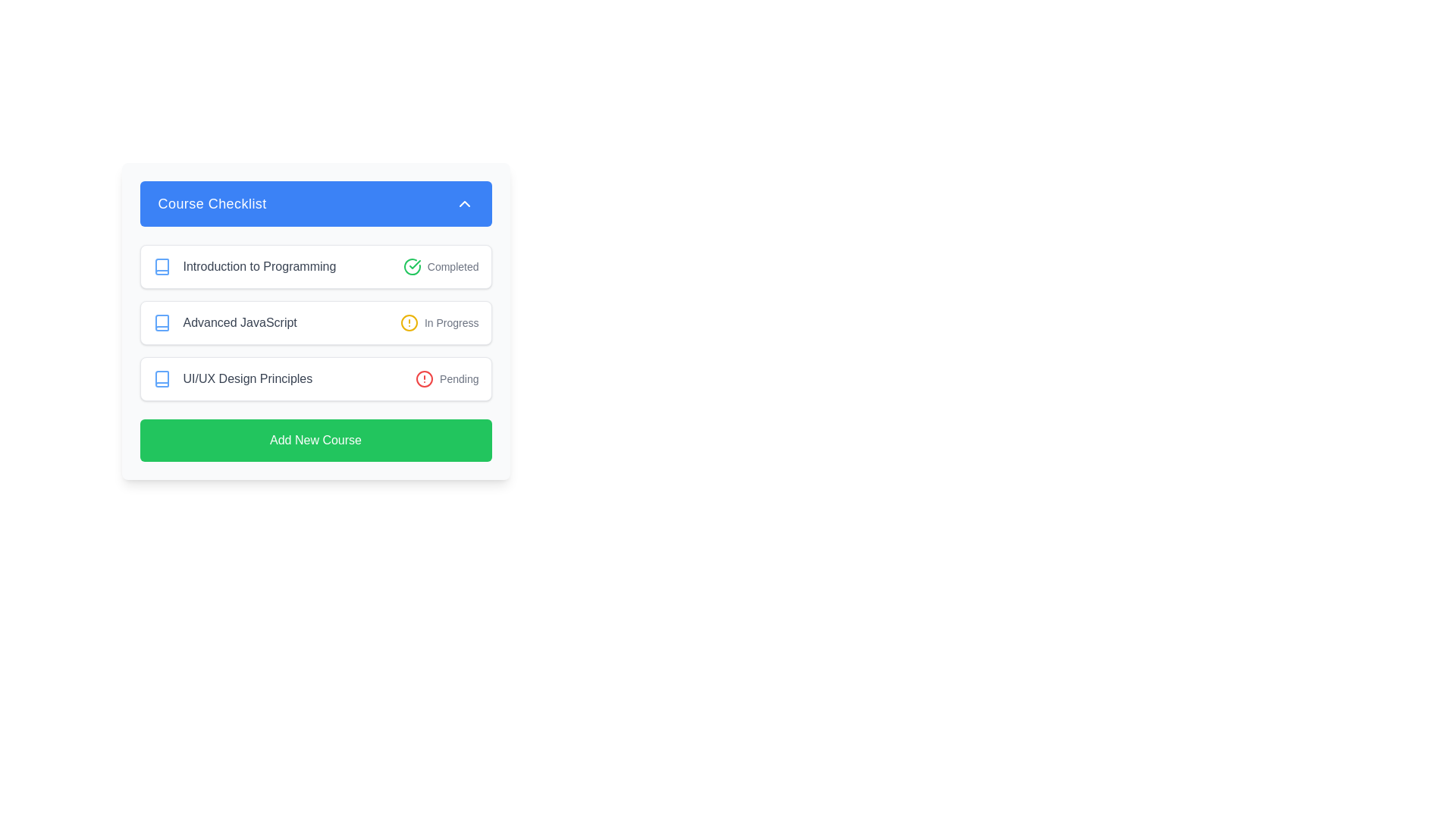  I want to click on the status label indicating 'In Progress' for the 'Advanced JavaScript' course, located to the center-right of the card layout, so click(450, 322).